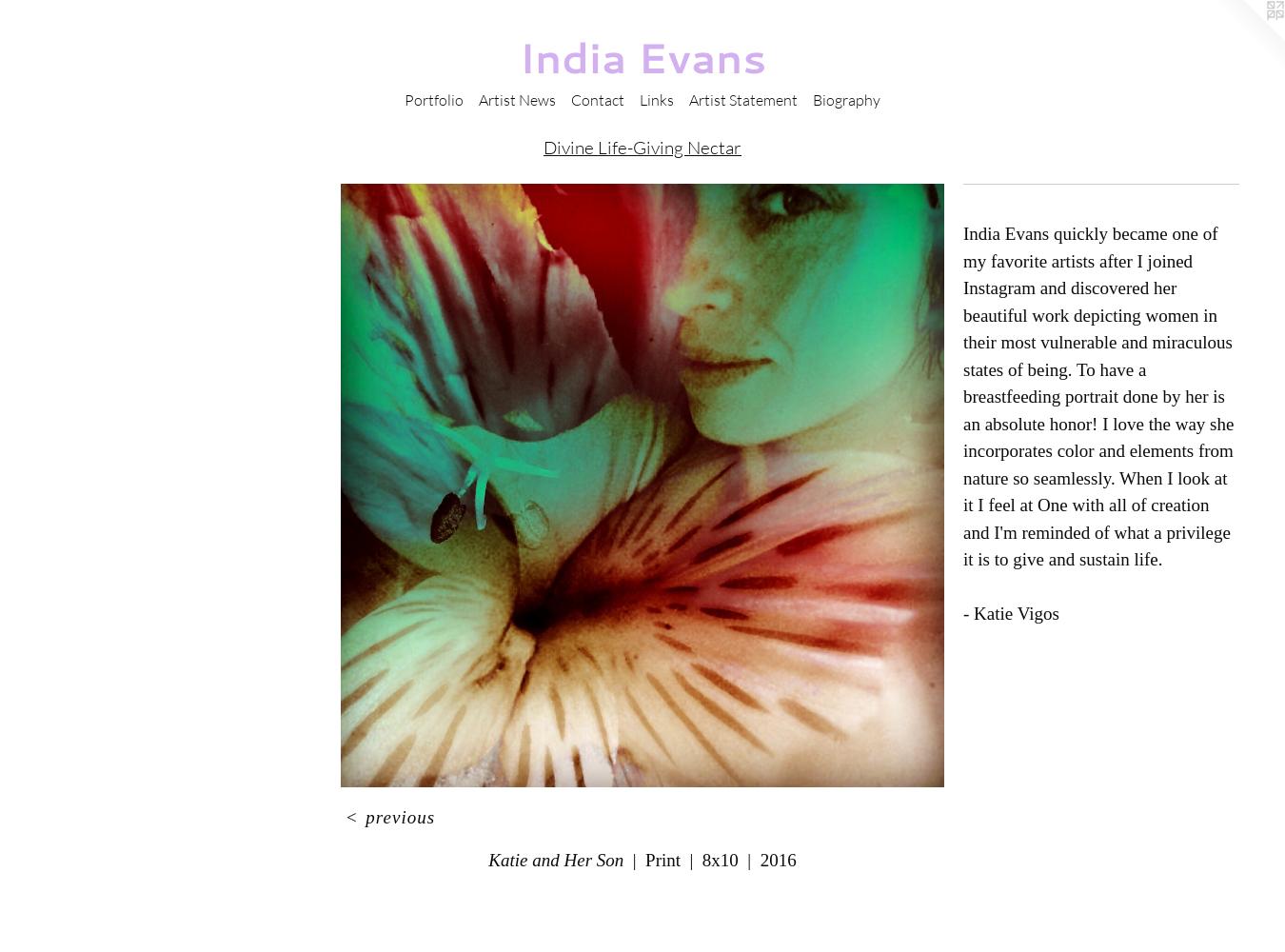 The width and height of the screenshot is (1285, 952). I want to click on 'Katie and Her Son', so click(556, 859).